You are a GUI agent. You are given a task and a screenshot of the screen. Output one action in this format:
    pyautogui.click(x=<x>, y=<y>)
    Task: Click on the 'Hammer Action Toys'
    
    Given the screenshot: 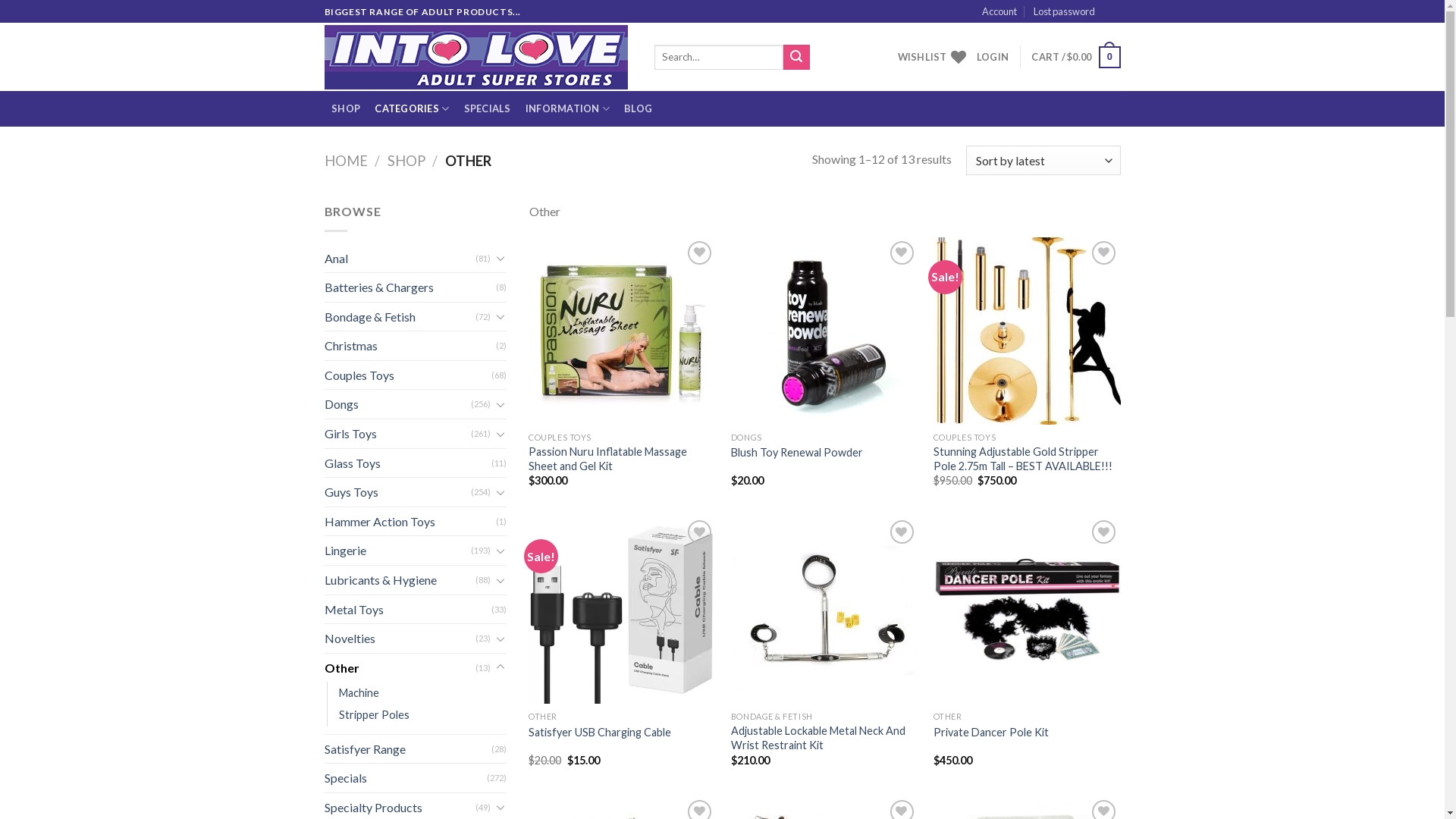 What is the action you would take?
    pyautogui.click(x=323, y=520)
    